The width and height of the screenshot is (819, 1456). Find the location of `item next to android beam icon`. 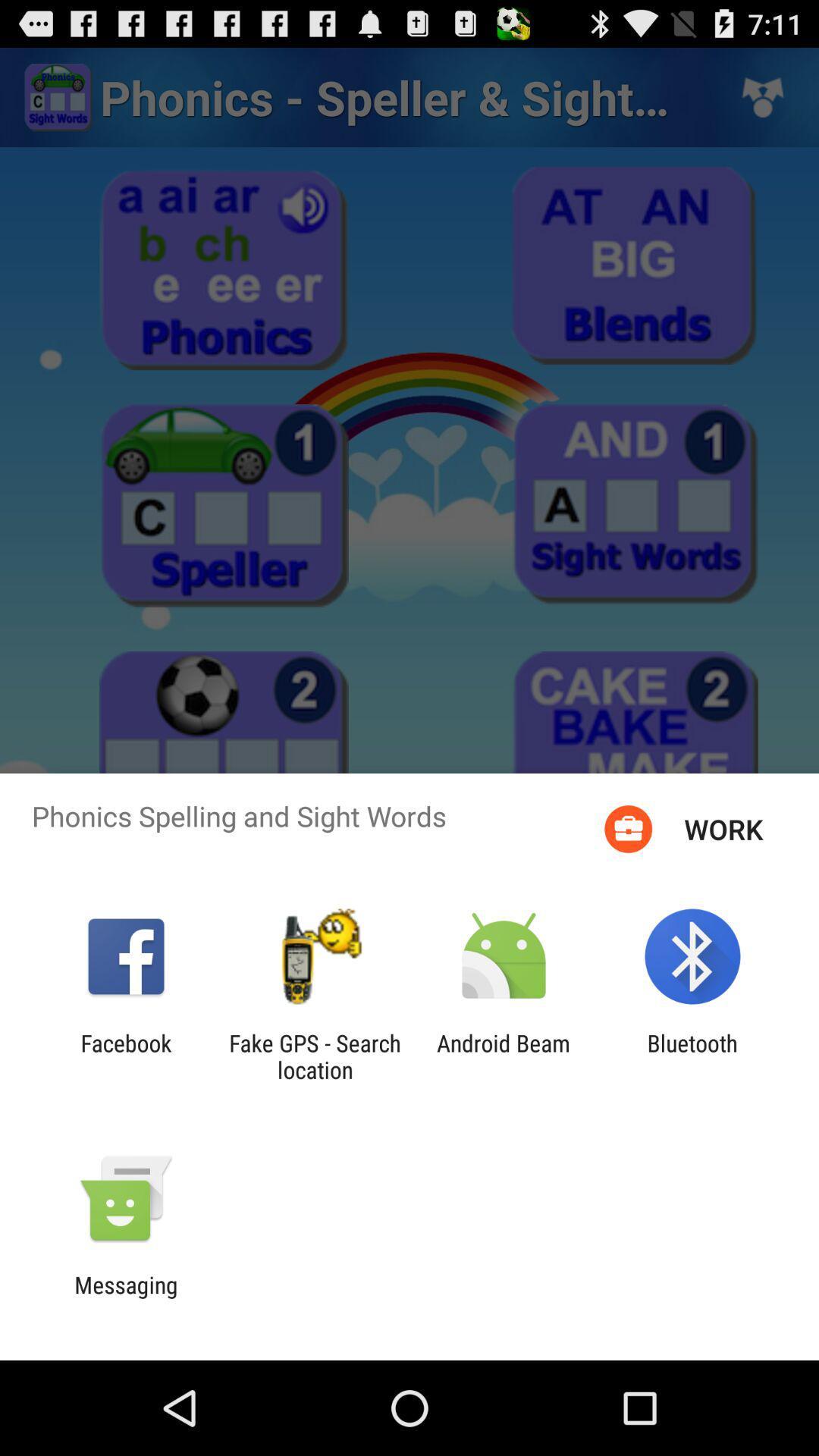

item next to android beam icon is located at coordinates (314, 1056).